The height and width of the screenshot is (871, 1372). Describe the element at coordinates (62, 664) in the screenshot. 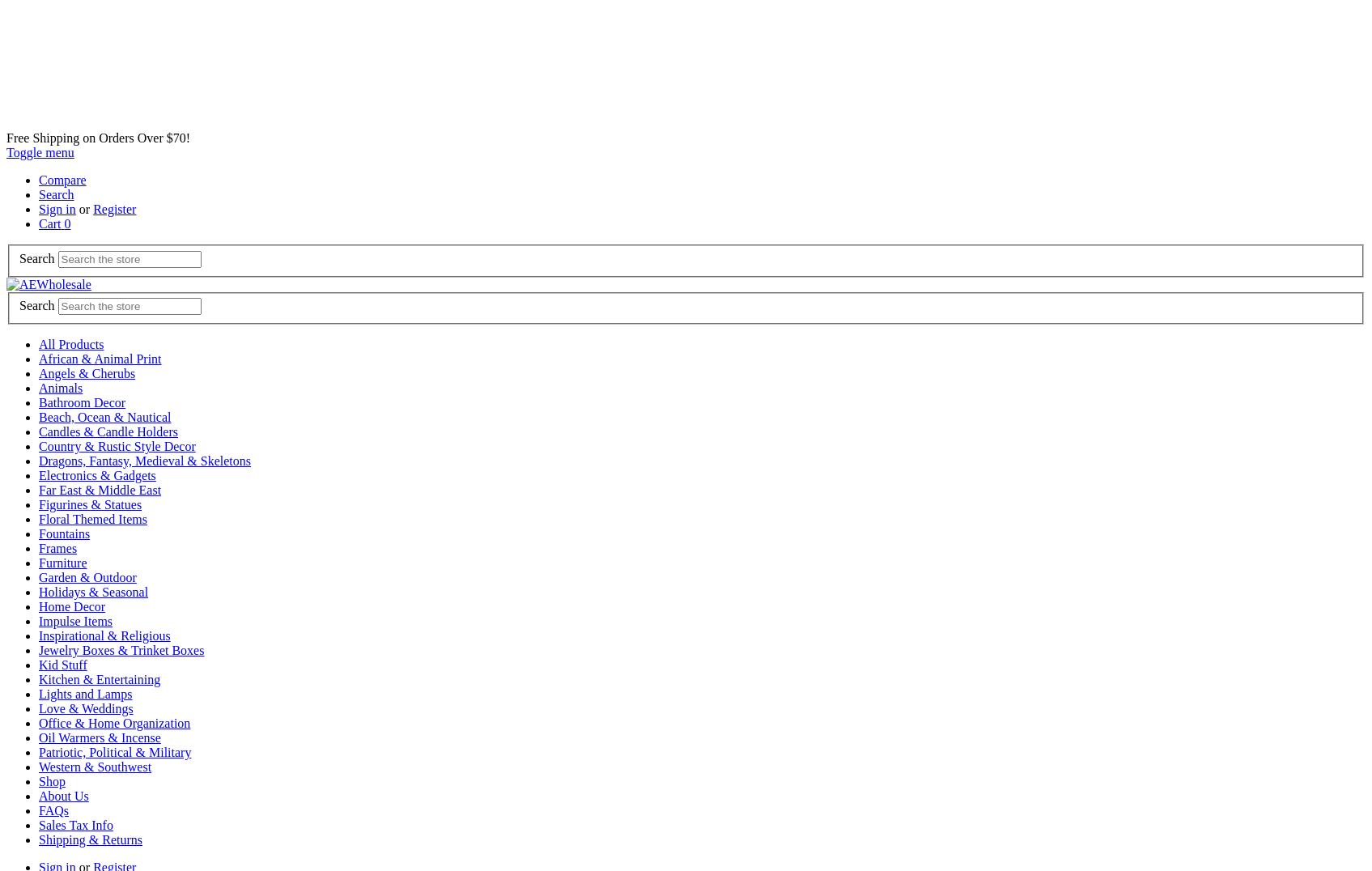

I see `'Kid Stuff'` at that location.